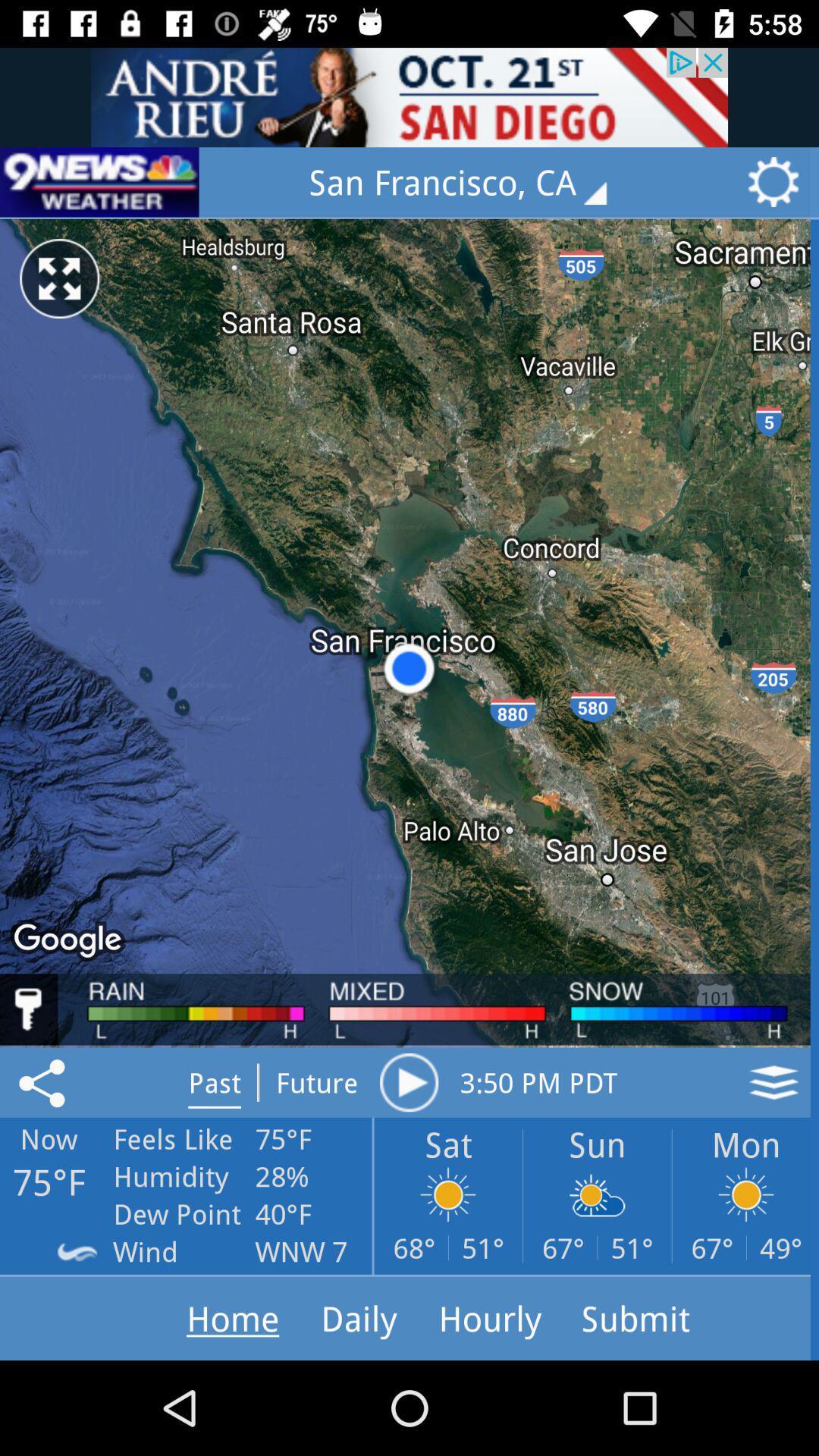 The width and height of the screenshot is (819, 1456). I want to click on the layers icon, so click(773, 1081).